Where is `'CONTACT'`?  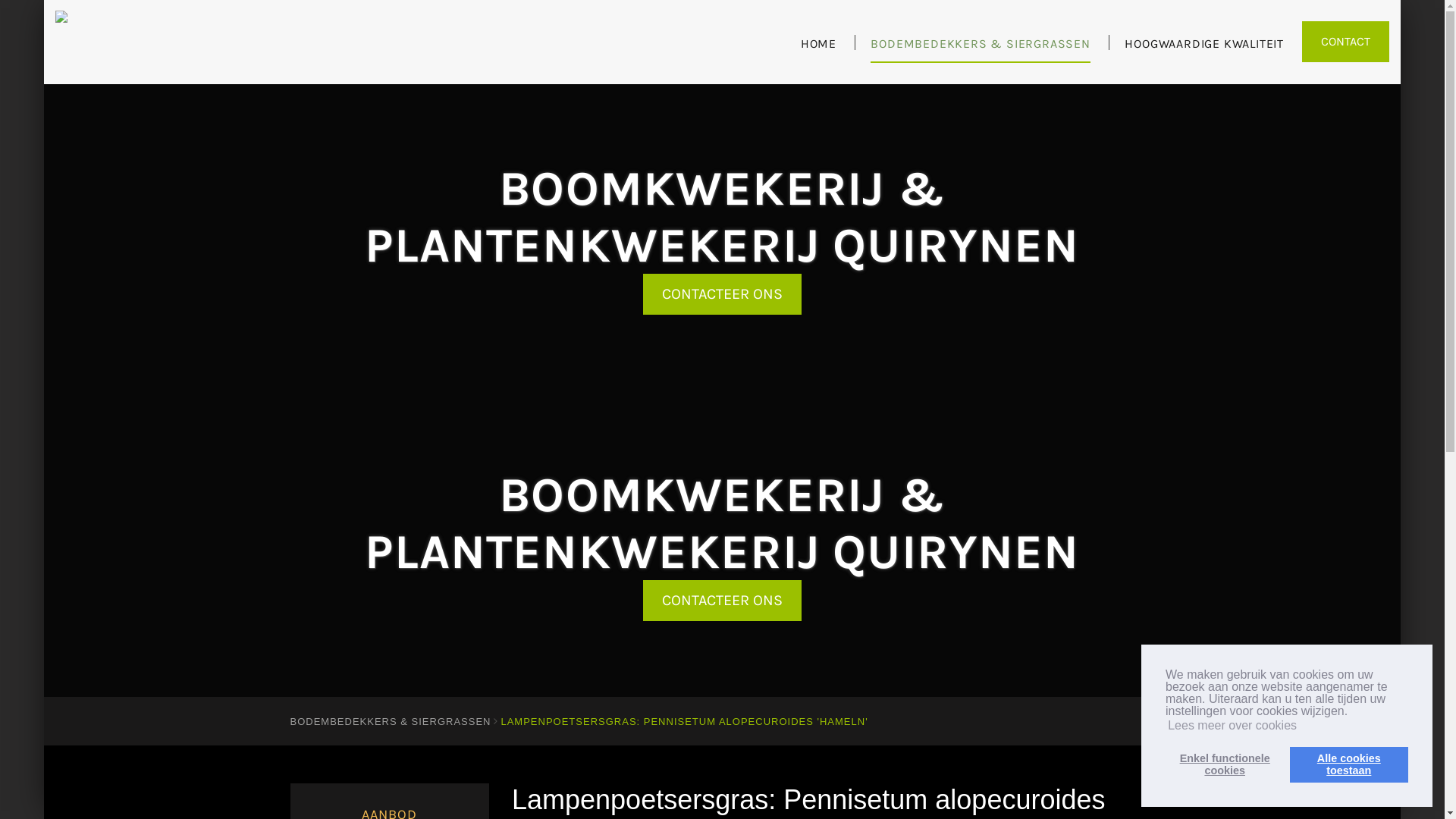 'CONTACT' is located at coordinates (1301, 40).